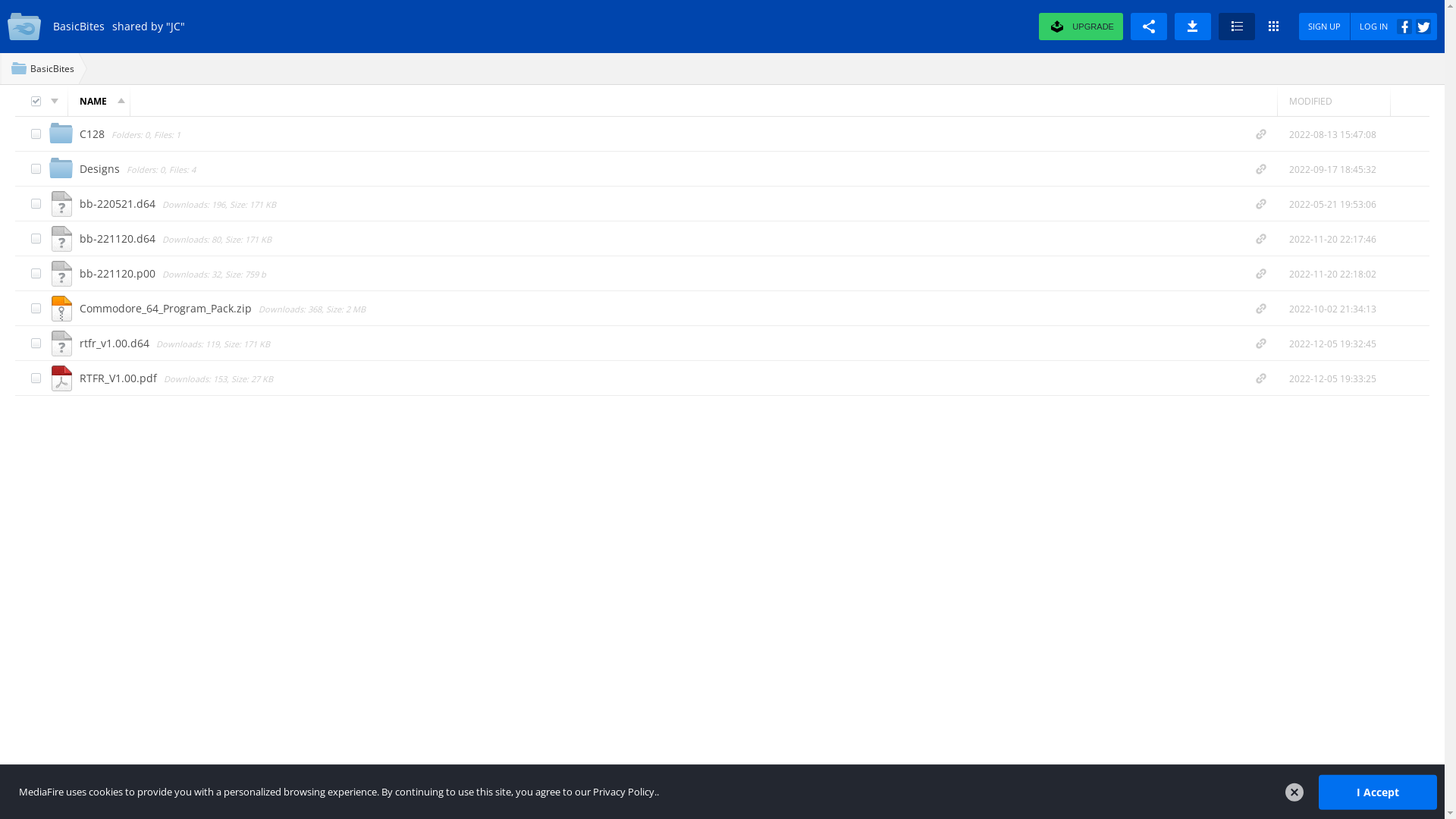 This screenshot has width=1456, height=819. I want to click on 'Grid view', so click(1273, 26).